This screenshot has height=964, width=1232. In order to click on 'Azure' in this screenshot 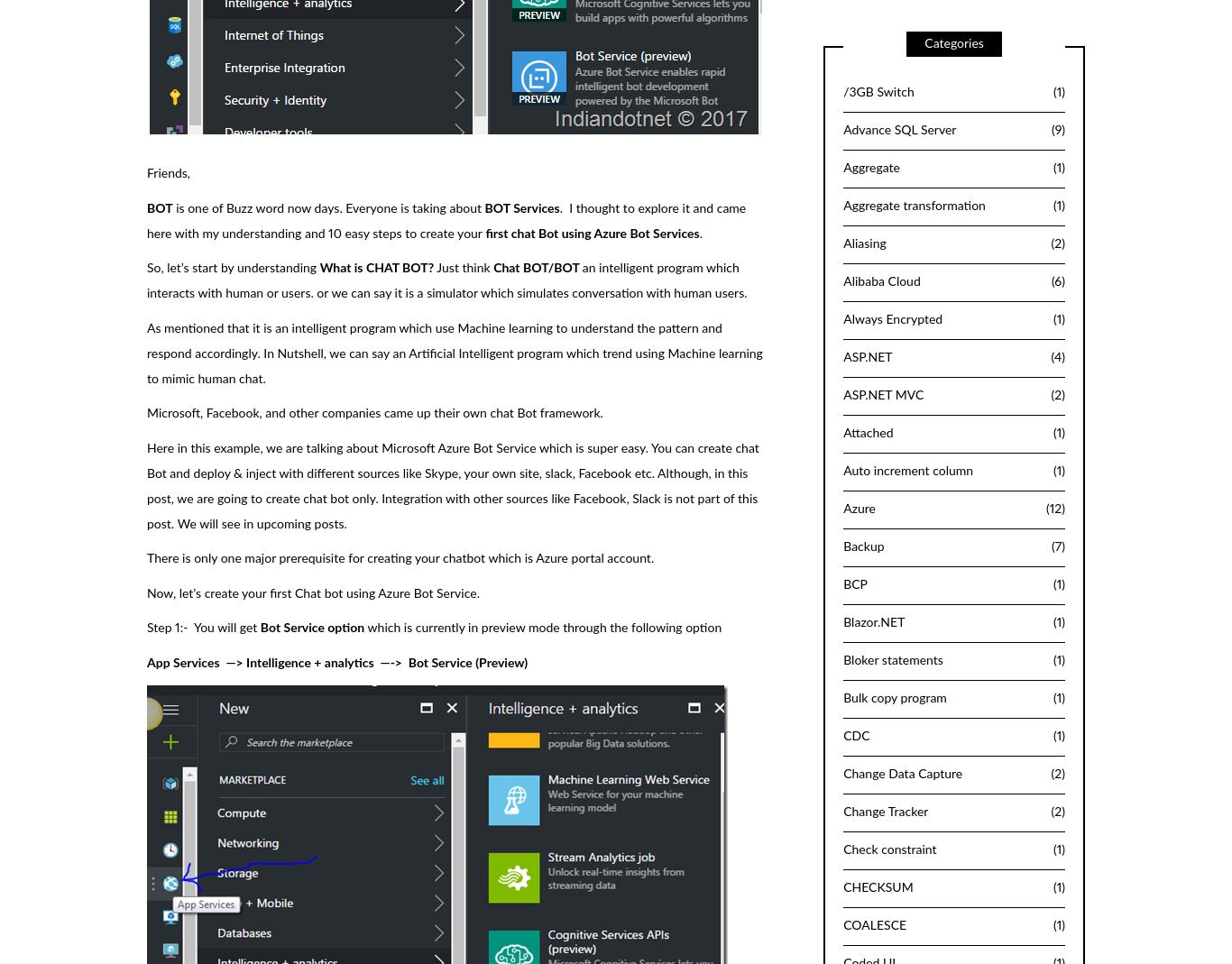, I will do `click(860, 509)`.